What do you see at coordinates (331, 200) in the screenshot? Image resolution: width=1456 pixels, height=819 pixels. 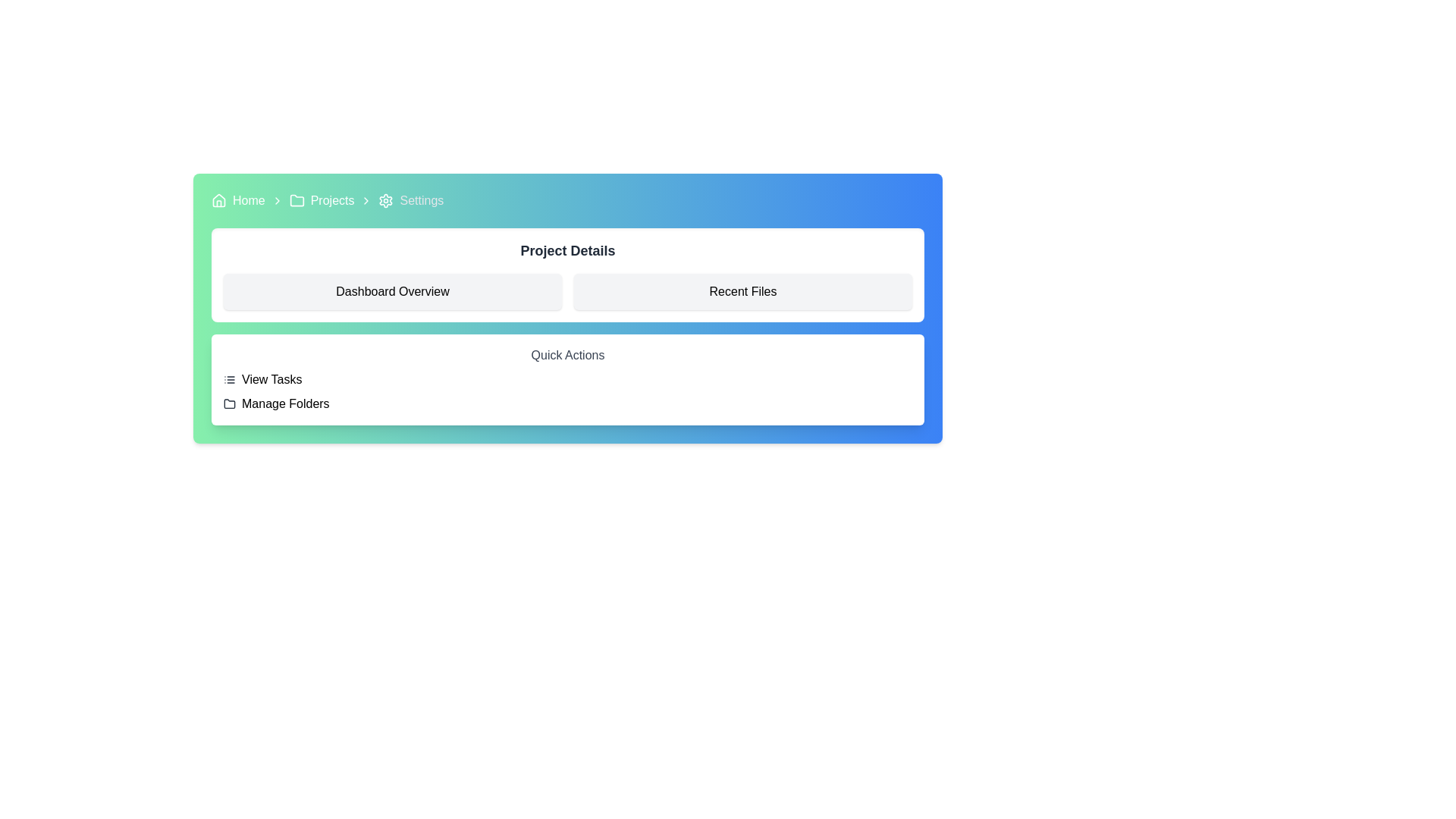 I see `the 'Projects' navigation label, which is the second text item in the navigation bar` at bounding box center [331, 200].